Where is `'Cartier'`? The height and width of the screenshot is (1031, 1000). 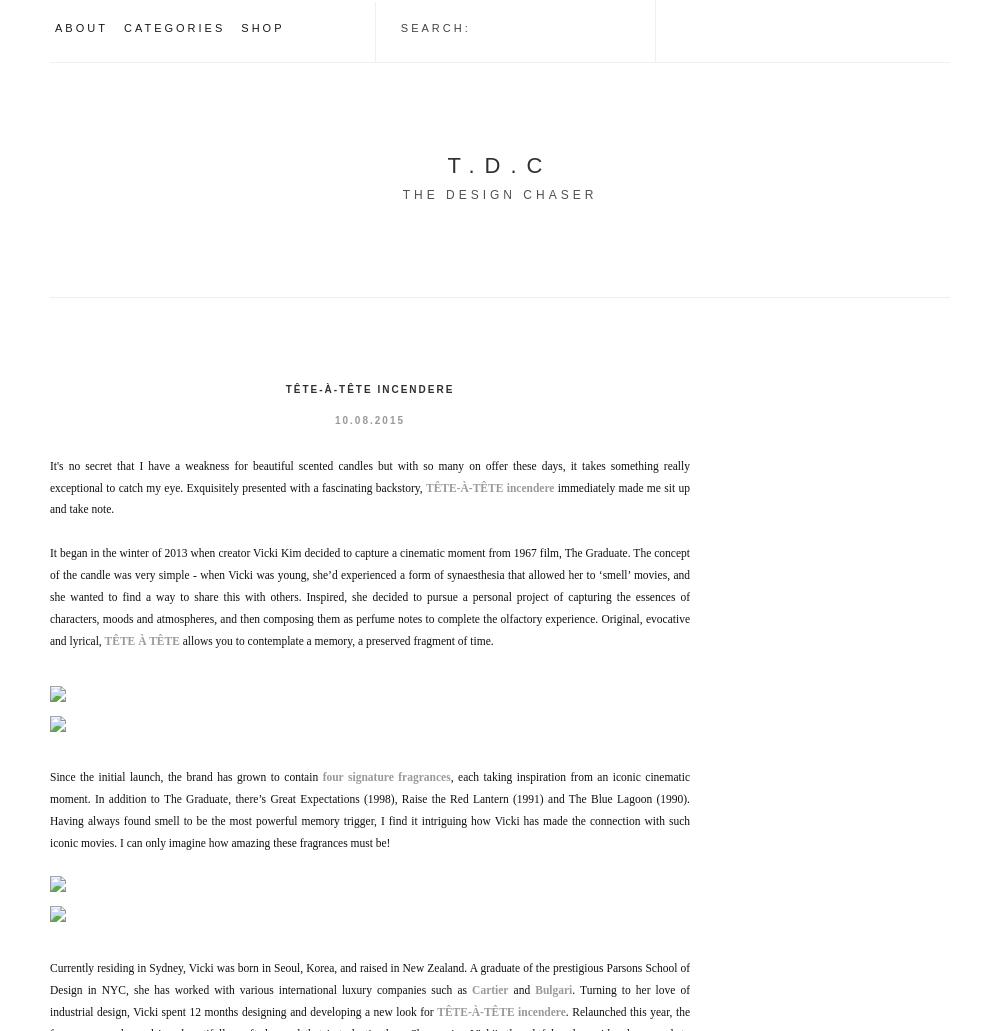 'Cartier' is located at coordinates (489, 988).